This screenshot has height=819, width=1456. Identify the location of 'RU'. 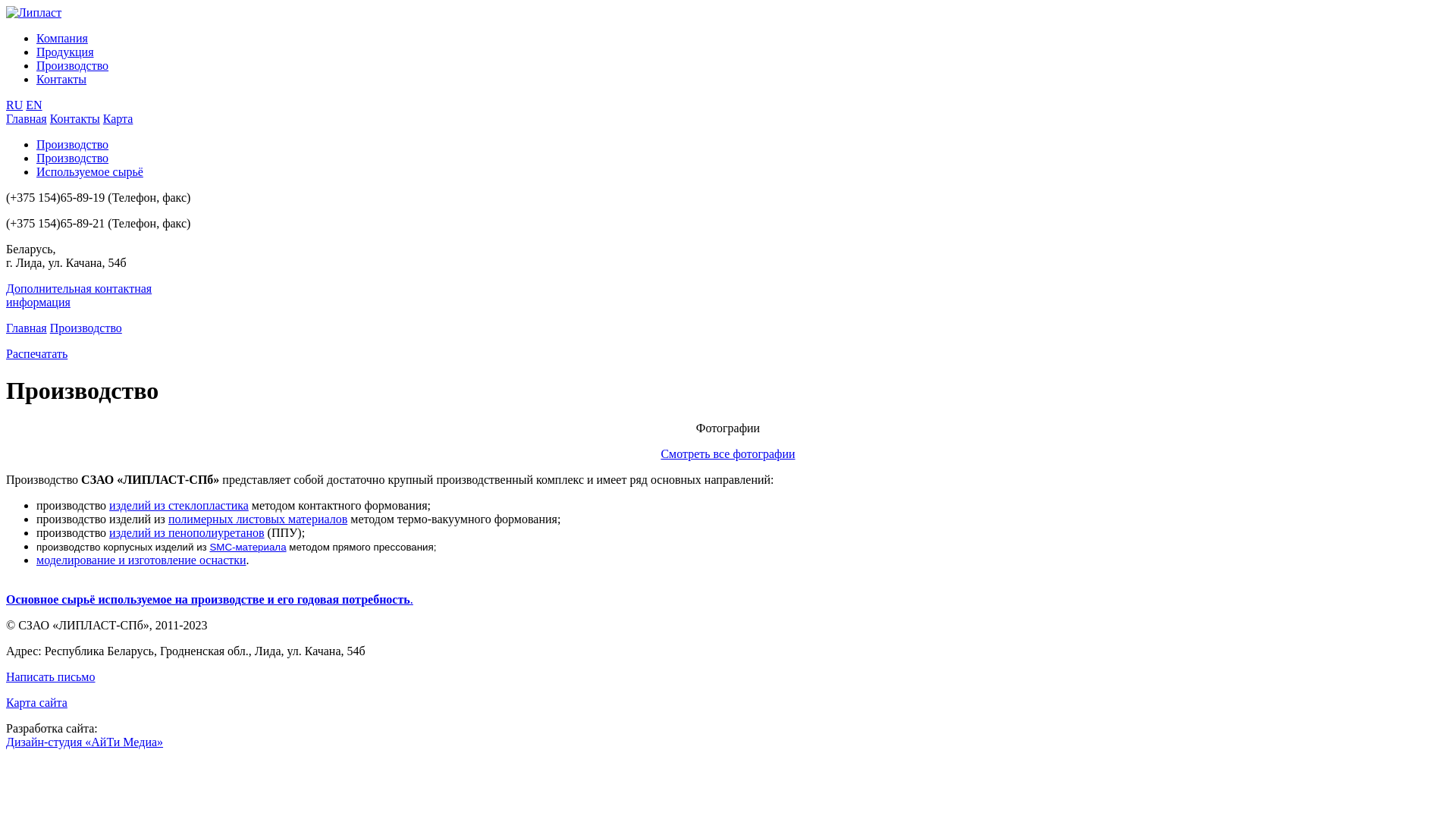
(6, 104).